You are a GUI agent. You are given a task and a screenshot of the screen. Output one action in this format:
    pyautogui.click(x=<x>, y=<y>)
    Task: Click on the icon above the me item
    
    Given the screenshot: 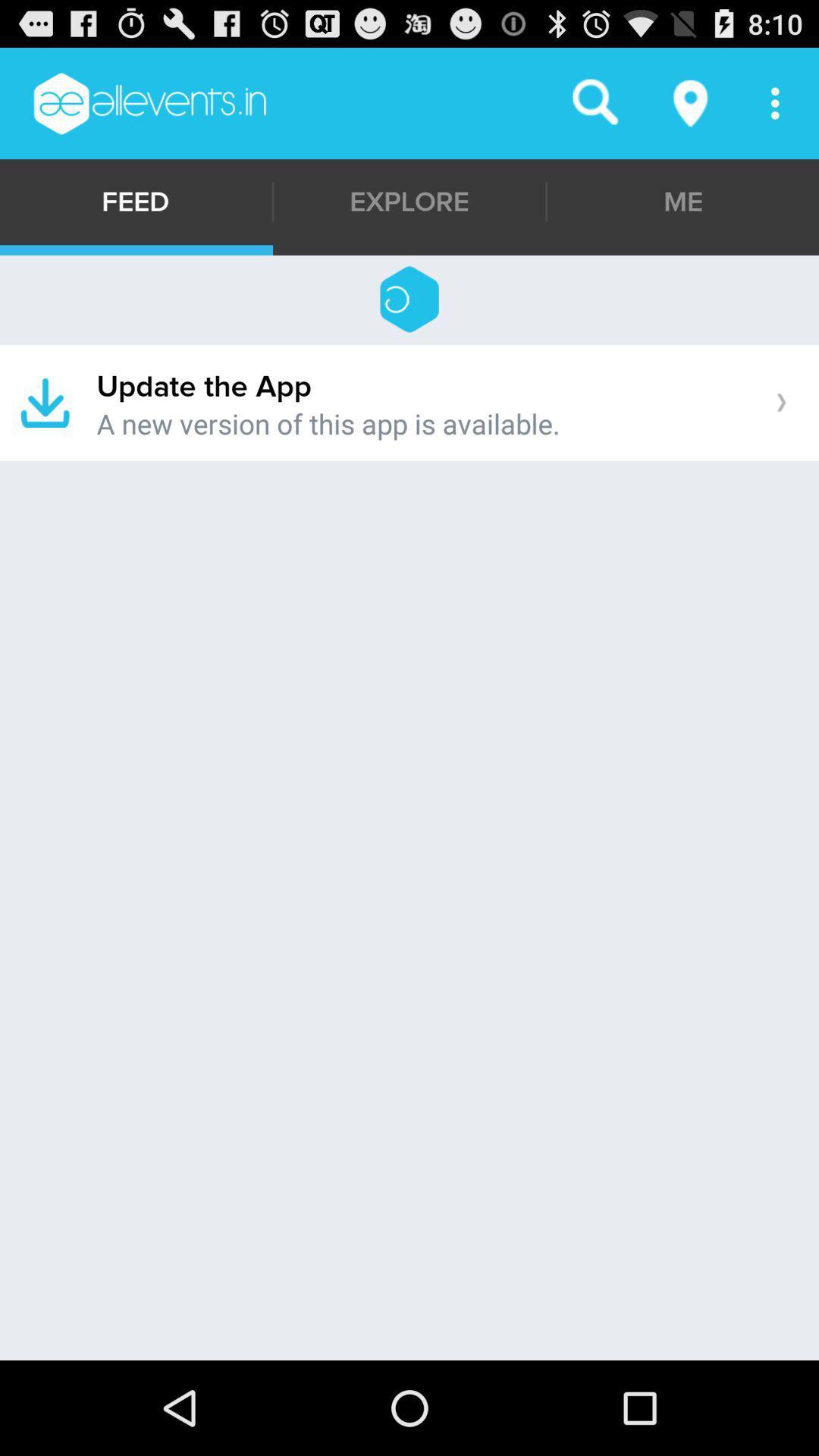 What is the action you would take?
    pyautogui.click(x=691, y=102)
    